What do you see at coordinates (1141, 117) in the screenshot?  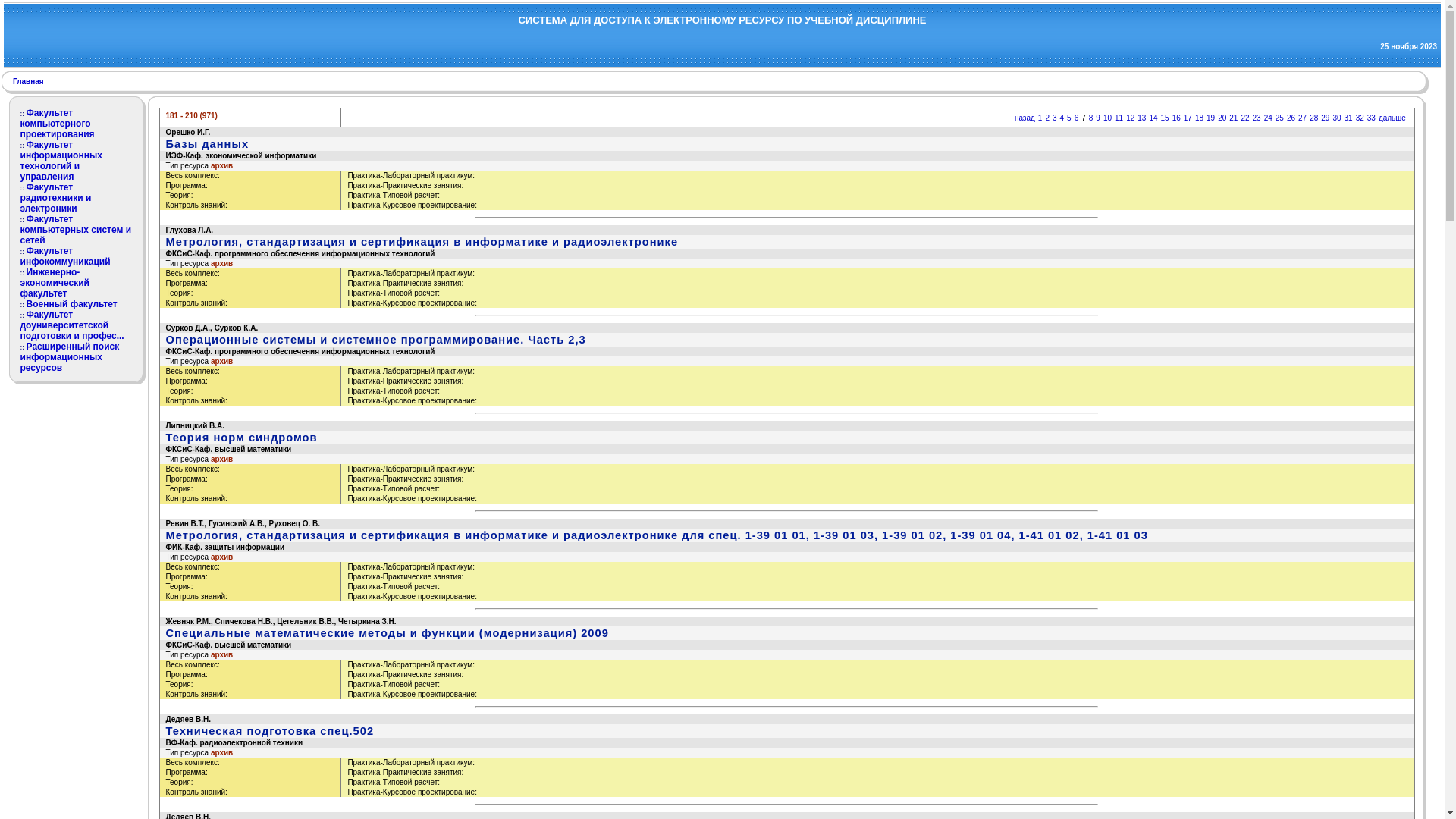 I see `'13'` at bounding box center [1141, 117].